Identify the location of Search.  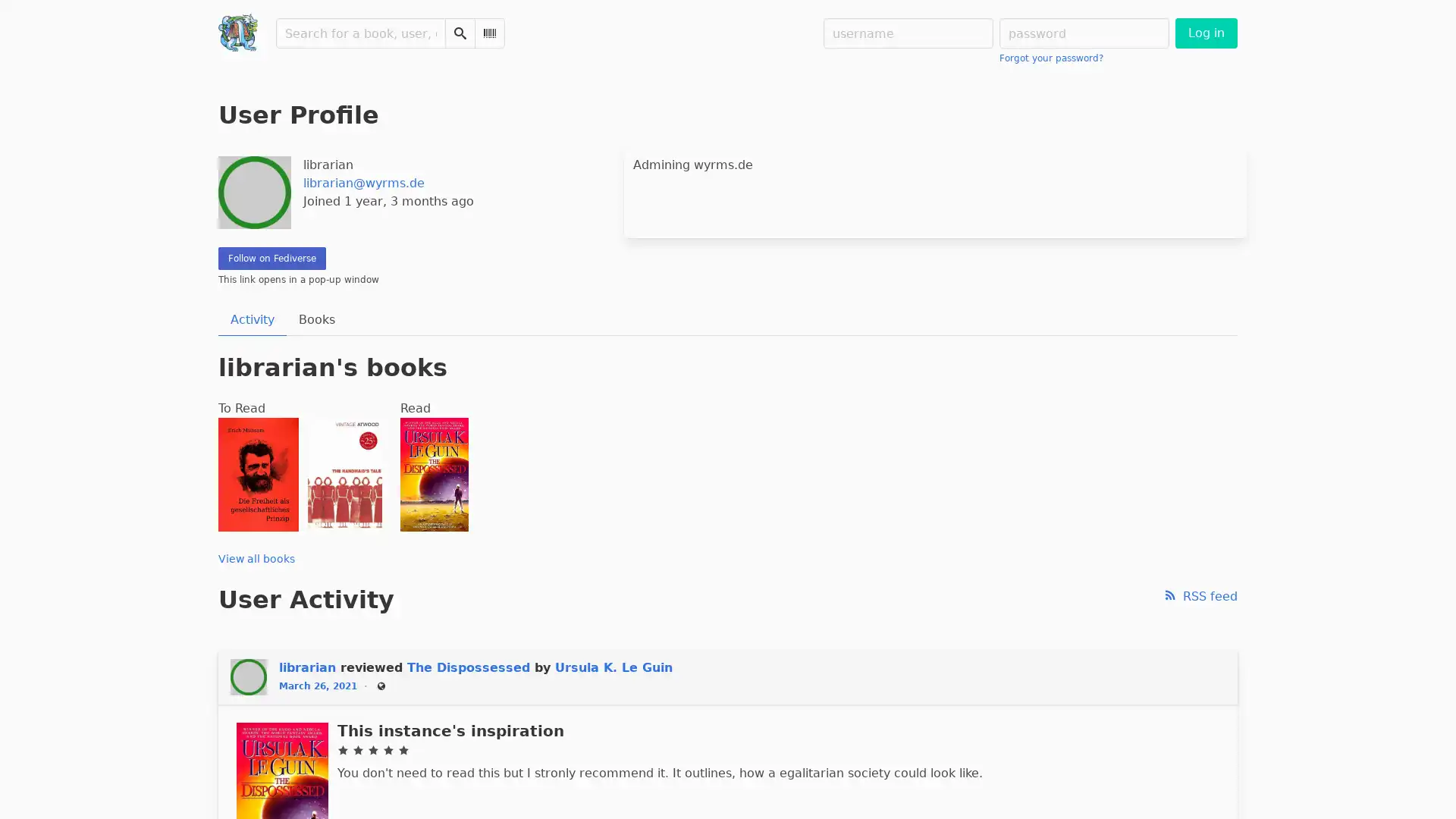
(459, 33).